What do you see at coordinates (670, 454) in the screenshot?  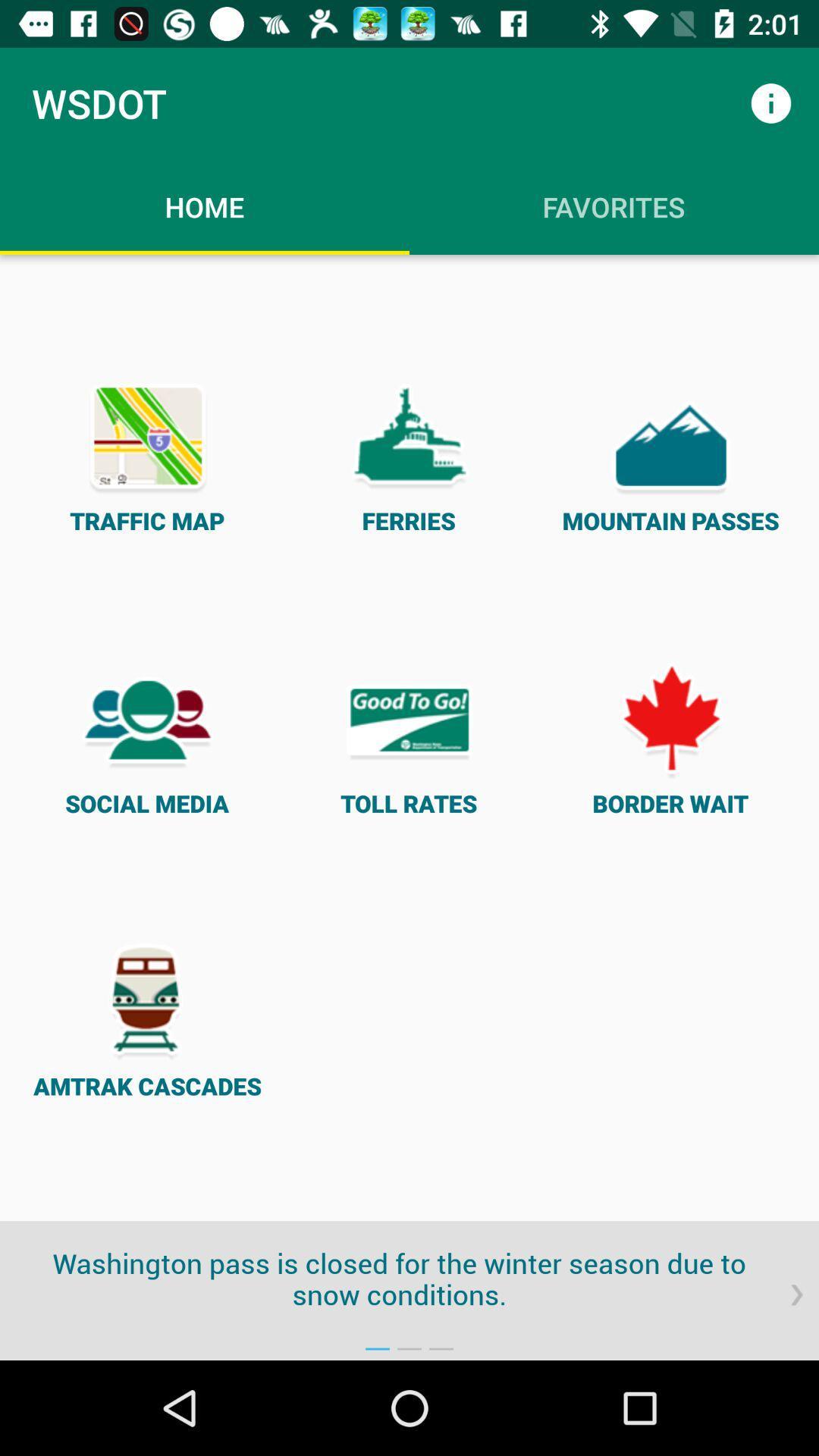 I see `the mountain passes icon` at bounding box center [670, 454].